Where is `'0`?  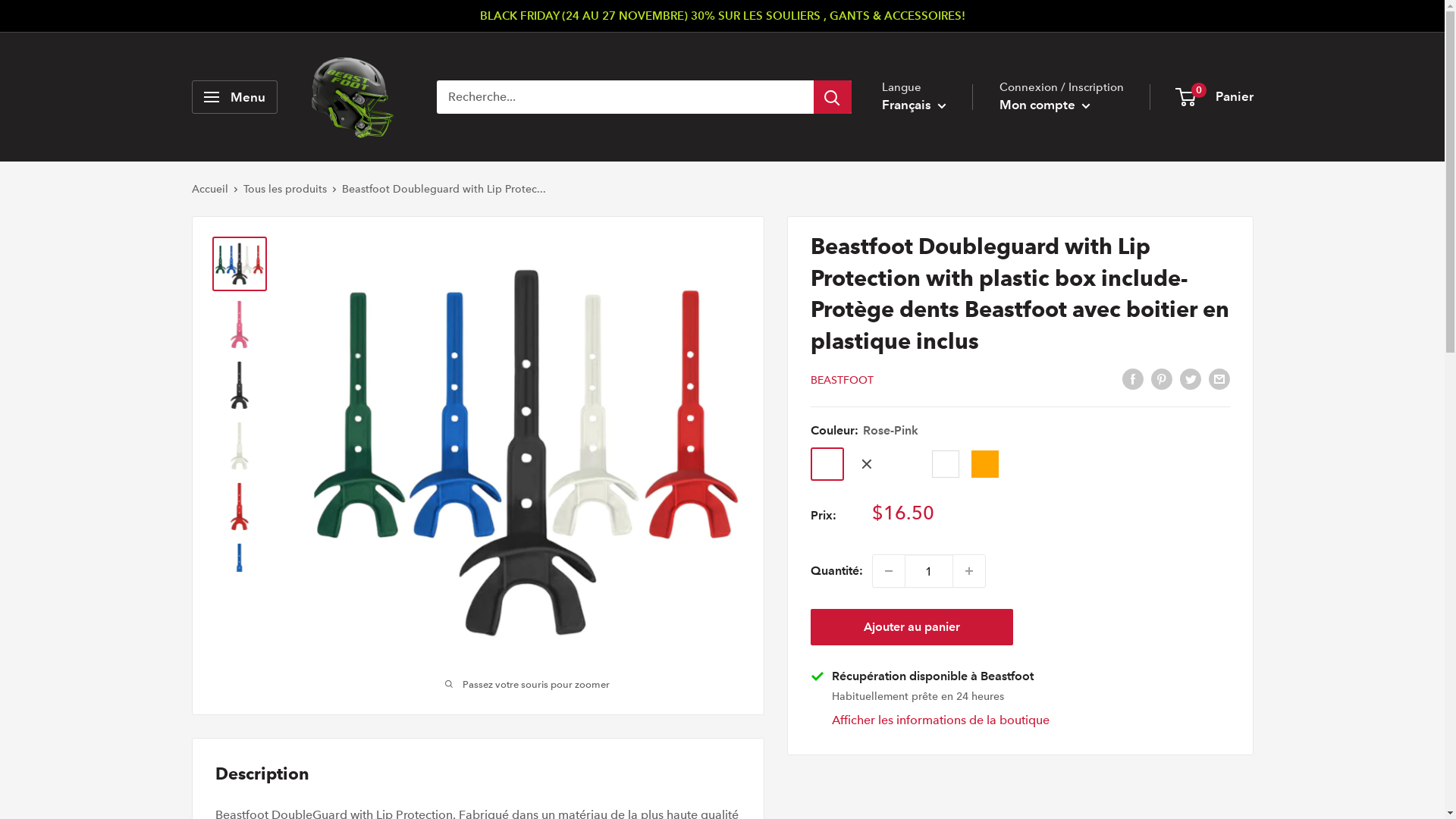 '0 is located at coordinates (1215, 96).